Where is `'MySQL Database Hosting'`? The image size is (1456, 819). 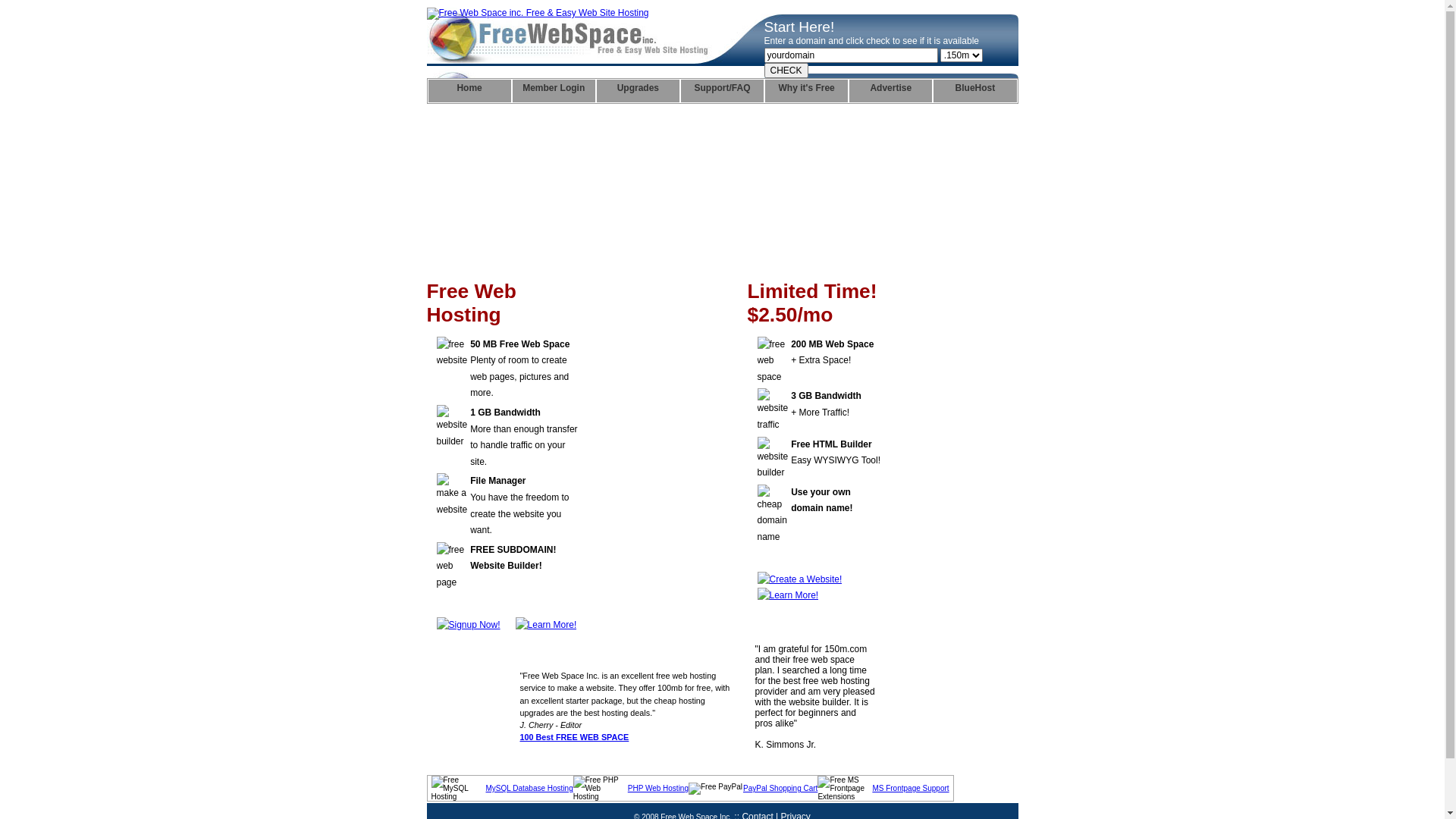 'MySQL Database Hosting' is located at coordinates (529, 787).